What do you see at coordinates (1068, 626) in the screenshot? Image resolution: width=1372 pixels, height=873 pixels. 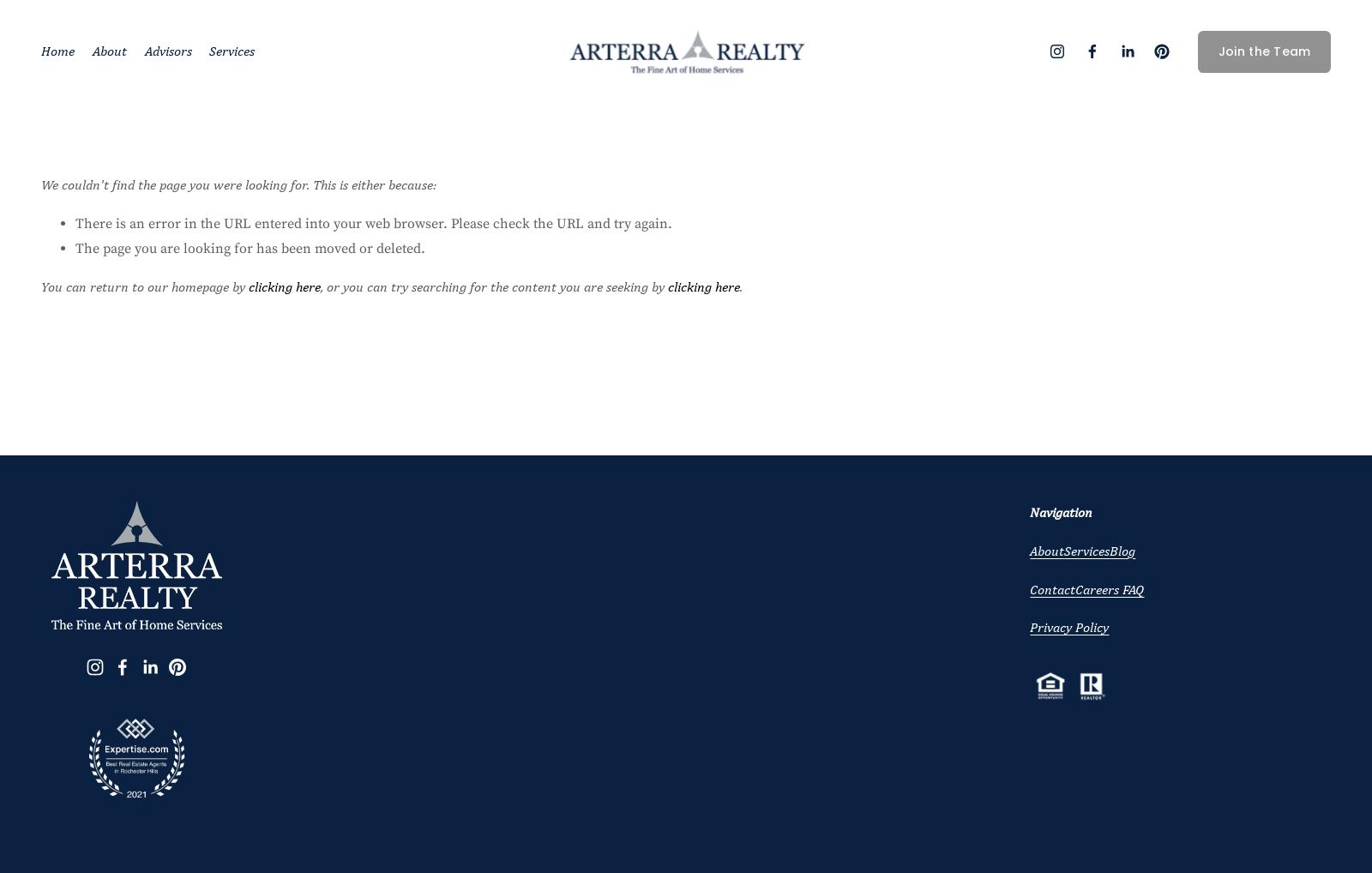 I see `'Privacy Policy'` at bounding box center [1068, 626].